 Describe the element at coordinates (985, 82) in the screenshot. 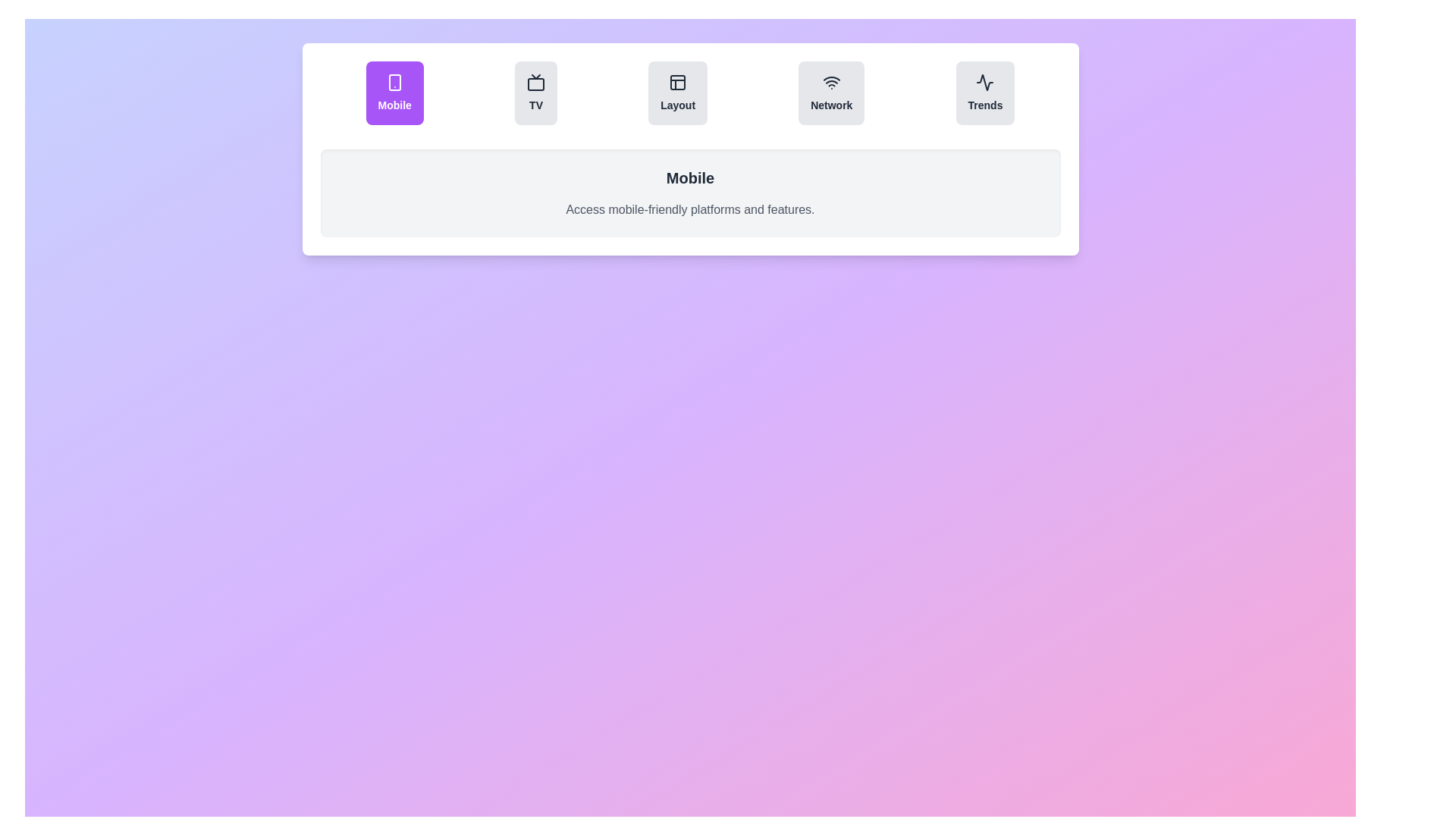

I see `the icon representing trends located at the upper section of the card labeled 'Trends', positioned at the far-right of the row of cards in the menu` at that location.